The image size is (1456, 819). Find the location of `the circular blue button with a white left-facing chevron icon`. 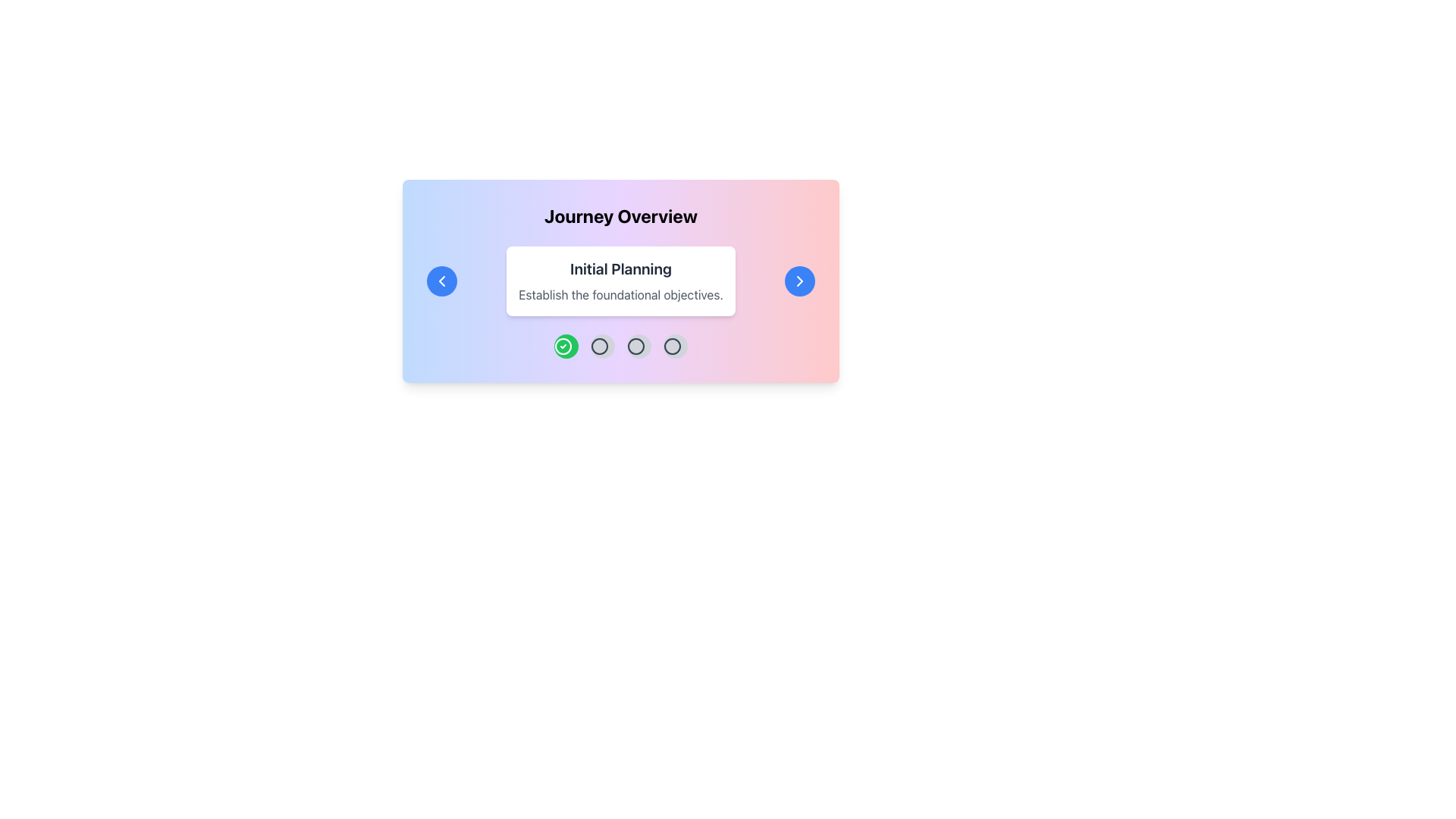

the circular blue button with a white left-facing chevron icon is located at coordinates (441, 281).